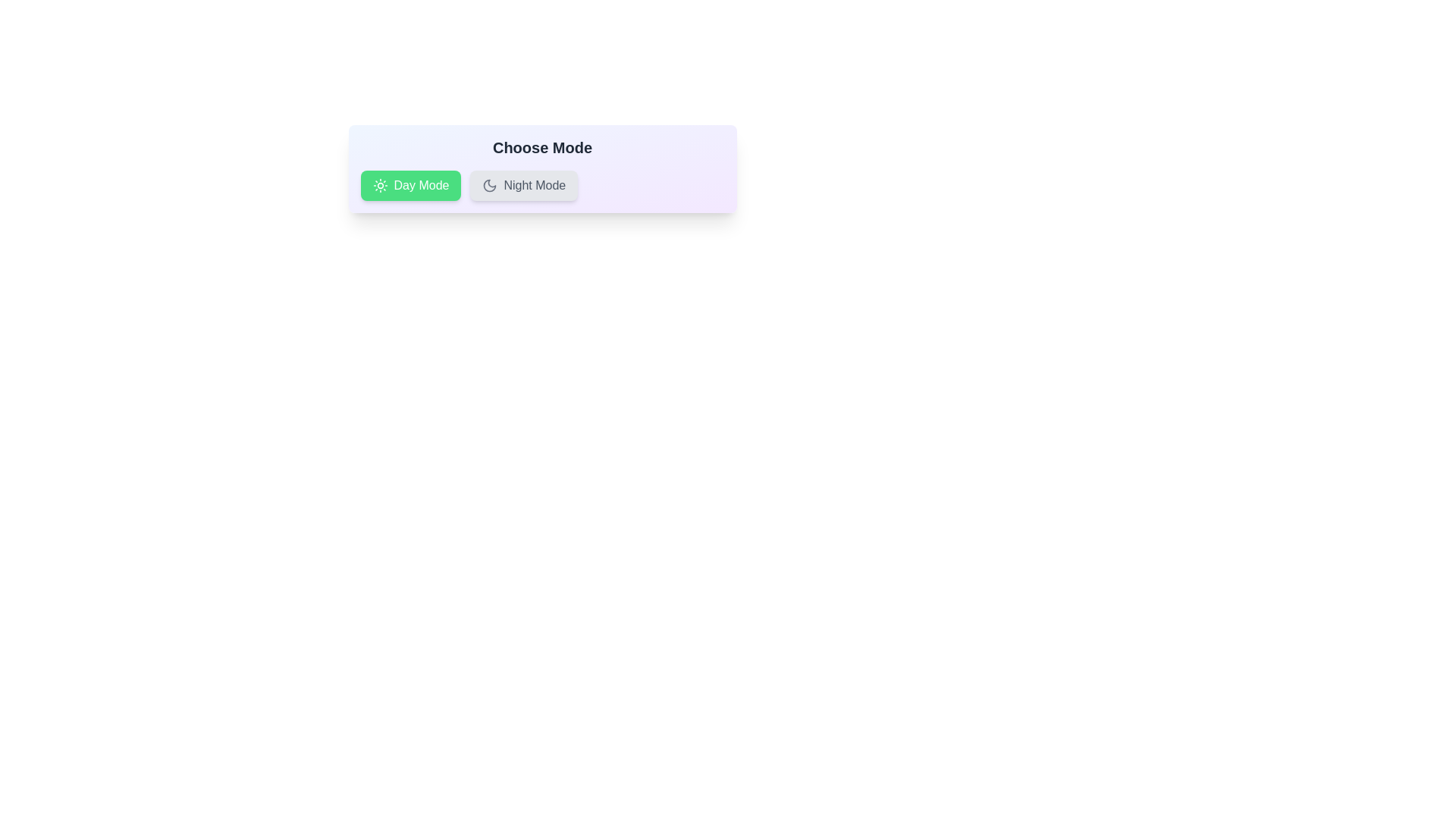 The width and height of the screenshot is (1456, 819). Describe the element at coordinates (411, 185) in the screenshot. I see `the chip labeled Day Mode` at that location.